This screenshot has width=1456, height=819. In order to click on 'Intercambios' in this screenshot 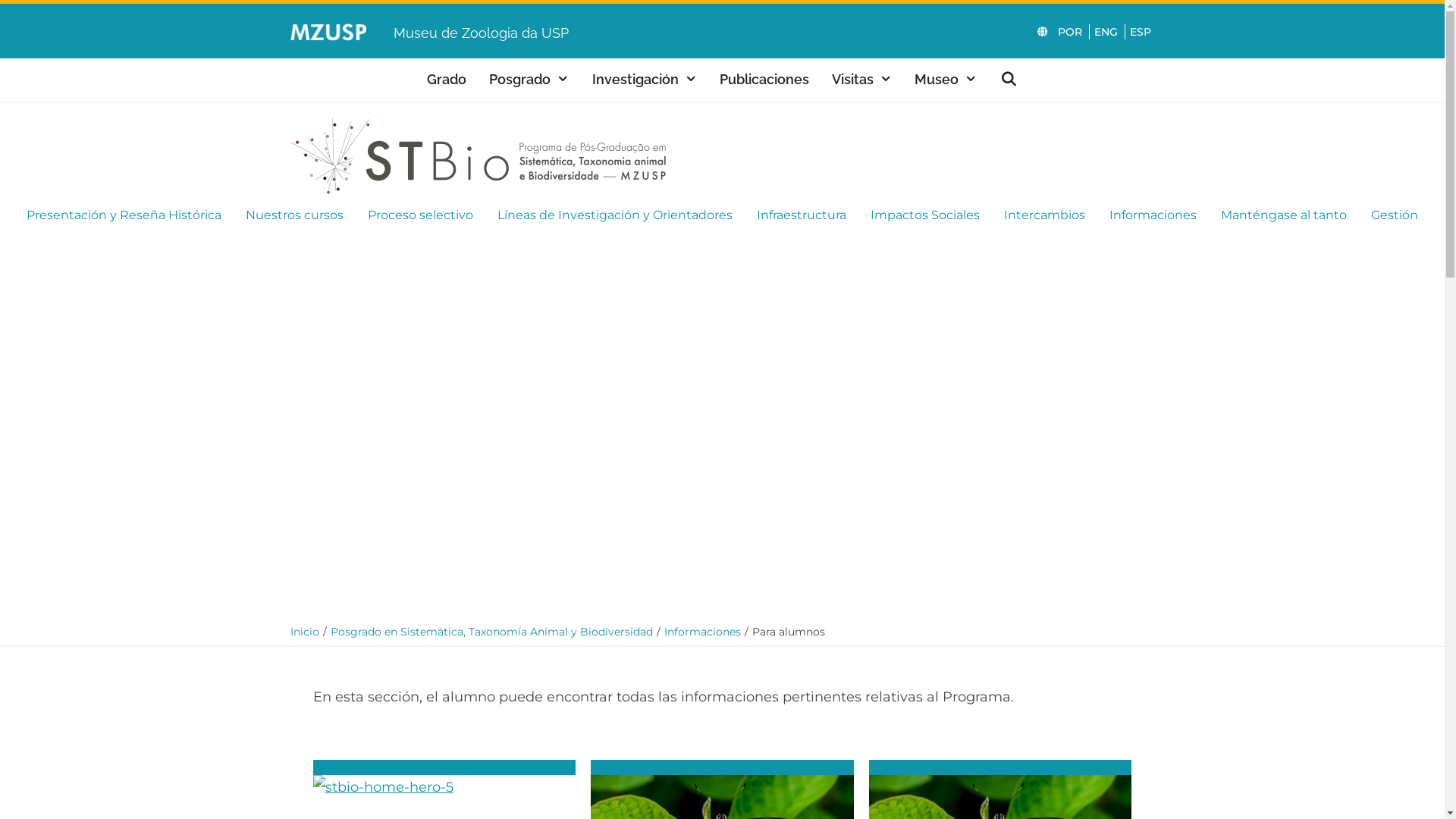, I will do `click(1043, 215)`.